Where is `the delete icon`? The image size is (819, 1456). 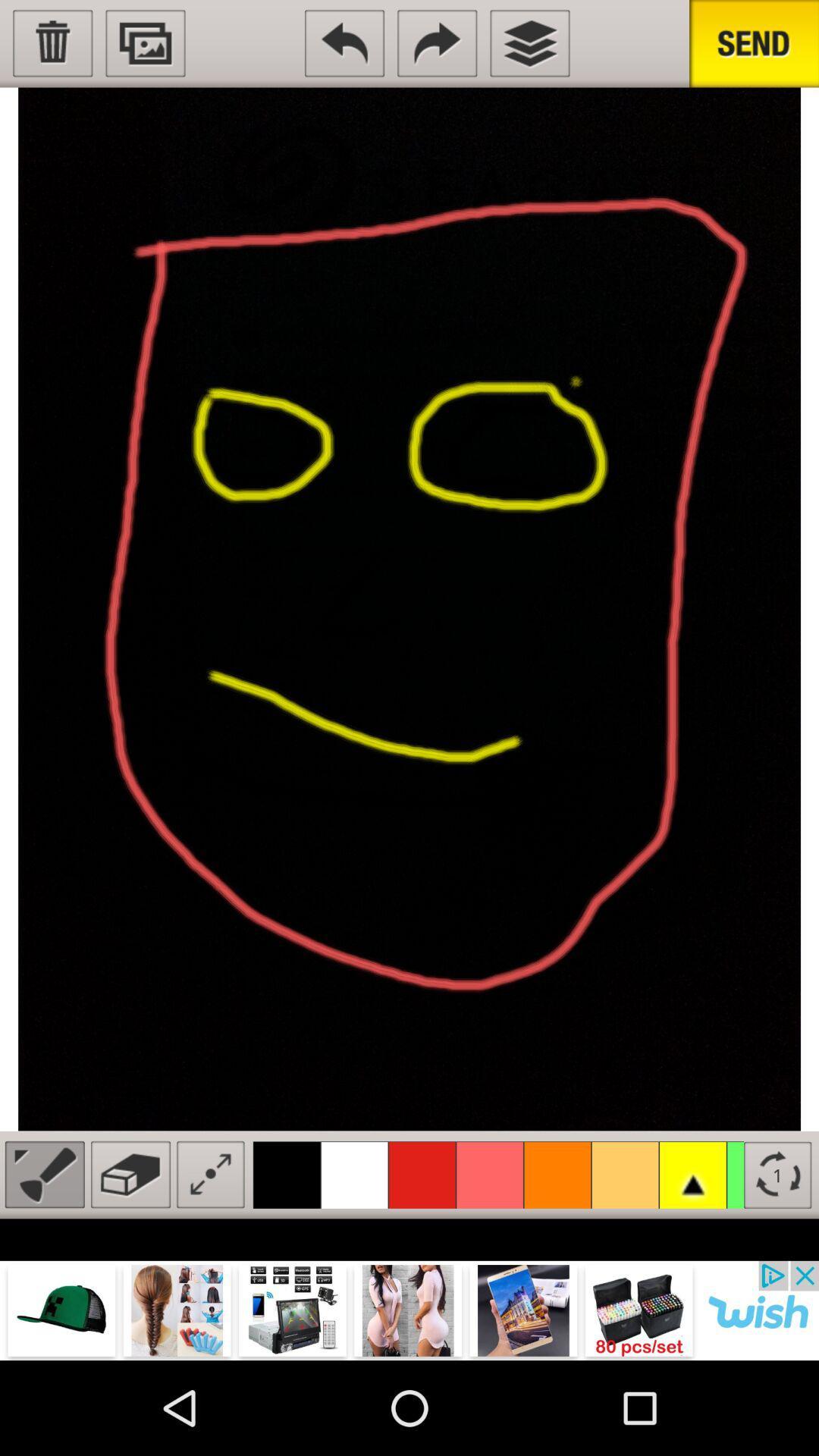
the delete icon is located at coordinates (130, 1174).